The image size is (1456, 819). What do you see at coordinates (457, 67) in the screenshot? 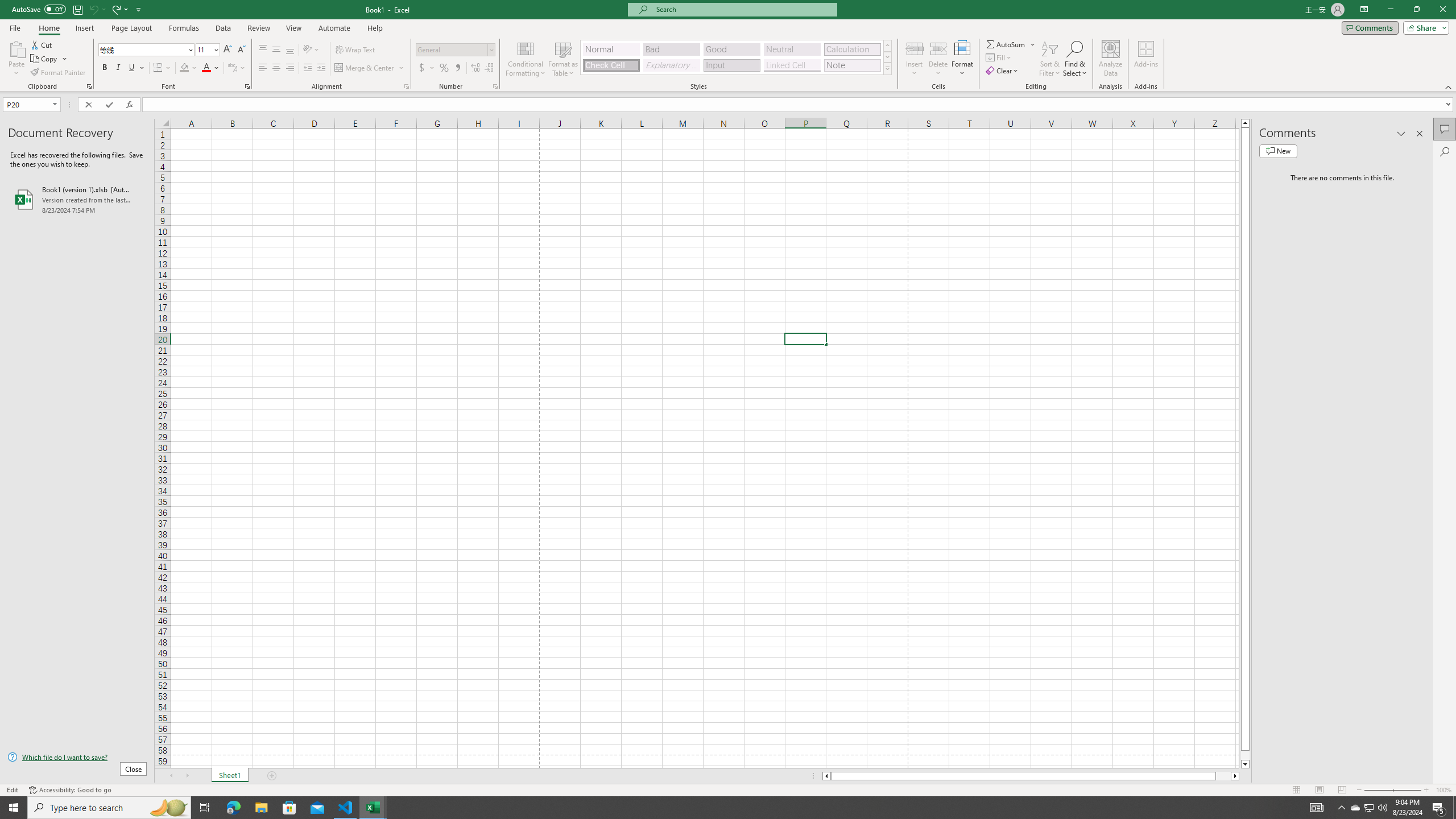
I see `'Comma Style'` at bounding box center [457, 67].